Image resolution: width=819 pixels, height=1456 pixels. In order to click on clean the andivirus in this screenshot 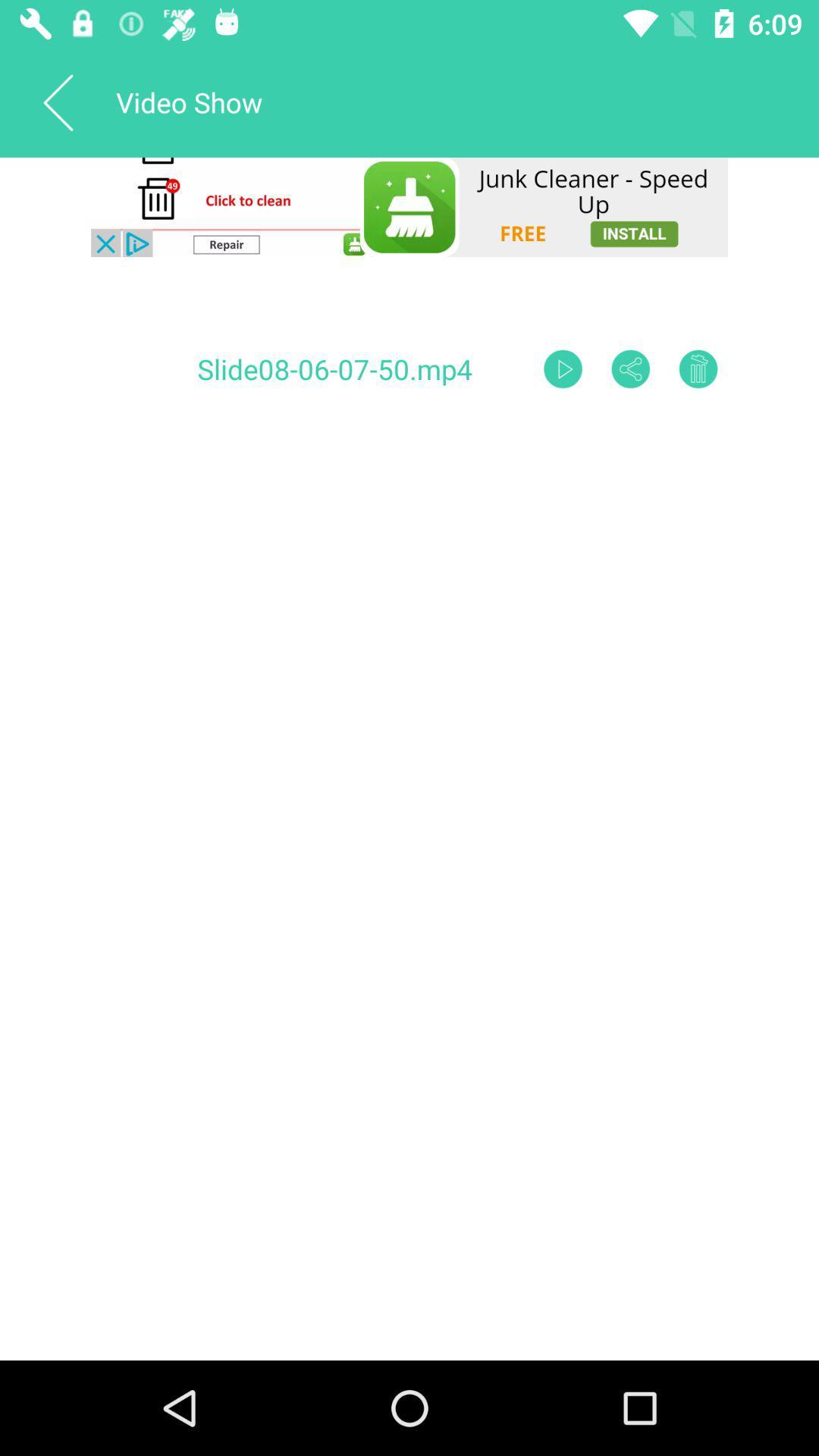, I will do `click(409, 206)`.